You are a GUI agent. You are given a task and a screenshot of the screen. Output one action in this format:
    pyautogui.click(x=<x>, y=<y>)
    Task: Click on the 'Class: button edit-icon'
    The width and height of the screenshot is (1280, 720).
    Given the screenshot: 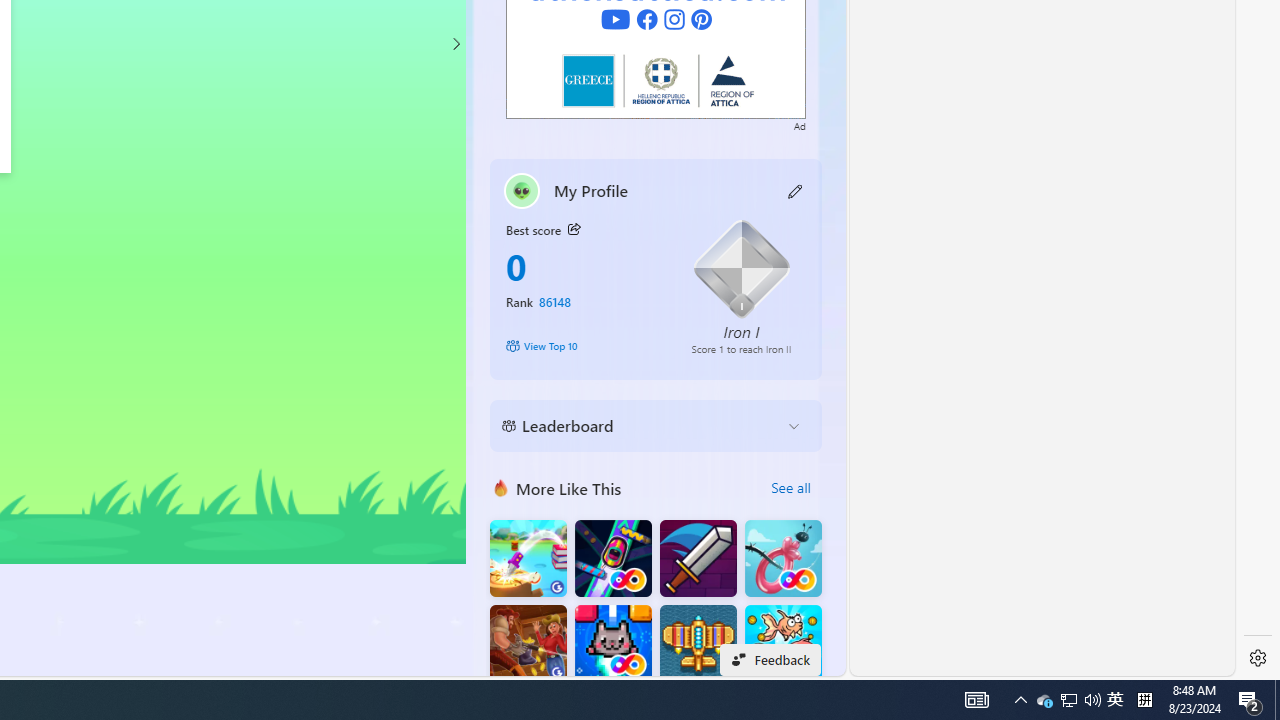 What is the action you would take?
    pyautogui.click(x=795, y=190)
    